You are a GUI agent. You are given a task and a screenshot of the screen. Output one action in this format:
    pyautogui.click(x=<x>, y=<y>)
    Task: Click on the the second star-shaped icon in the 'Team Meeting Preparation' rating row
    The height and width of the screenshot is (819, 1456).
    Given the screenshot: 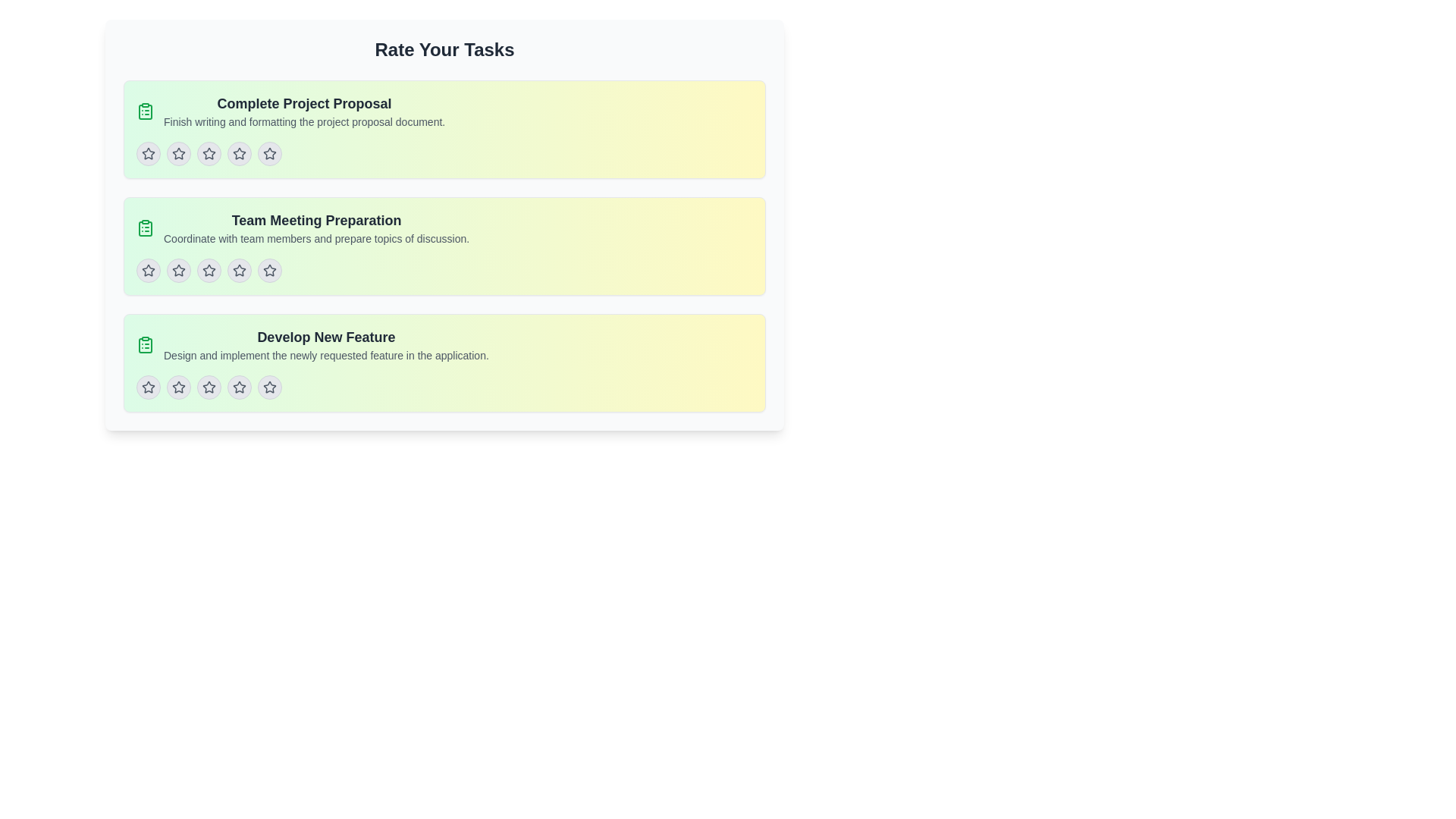 What is the action you would take?
    pyautogui.click(x=178, y=270)
    